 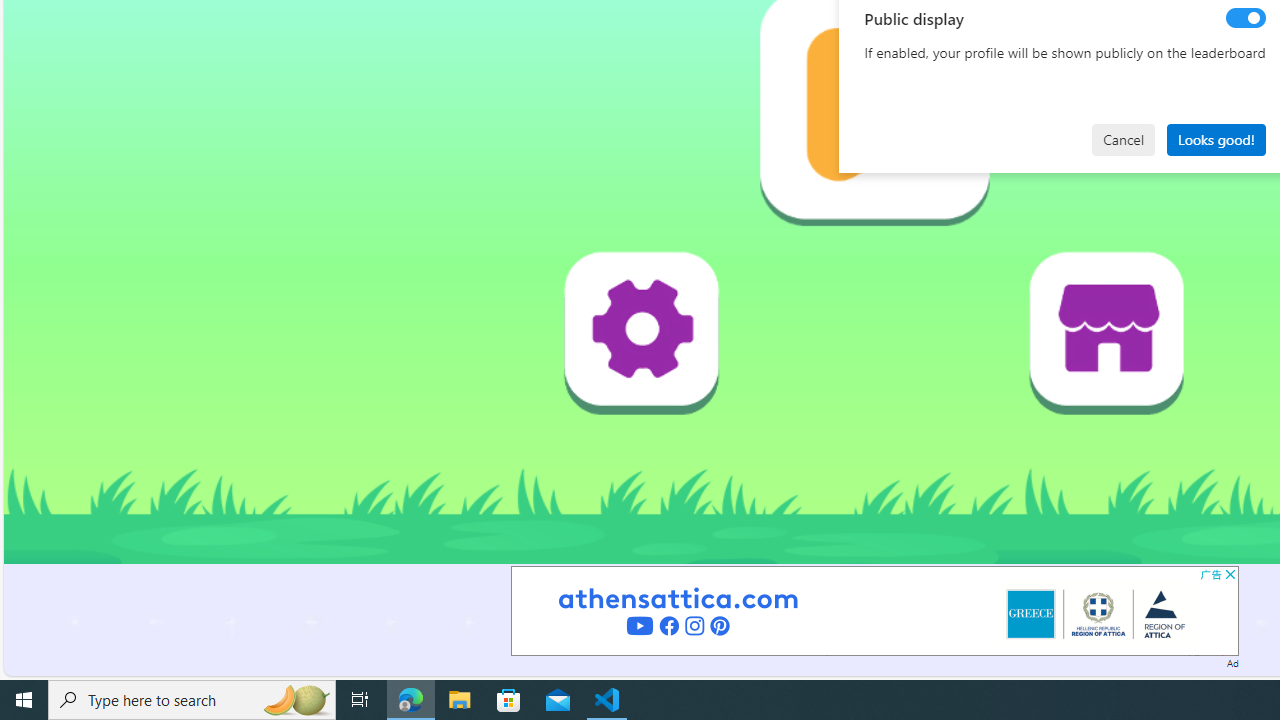 What do you see at coordinates (359, 698) in the screenshot?
I see `'Task View'` at bounding box center [359, 698].